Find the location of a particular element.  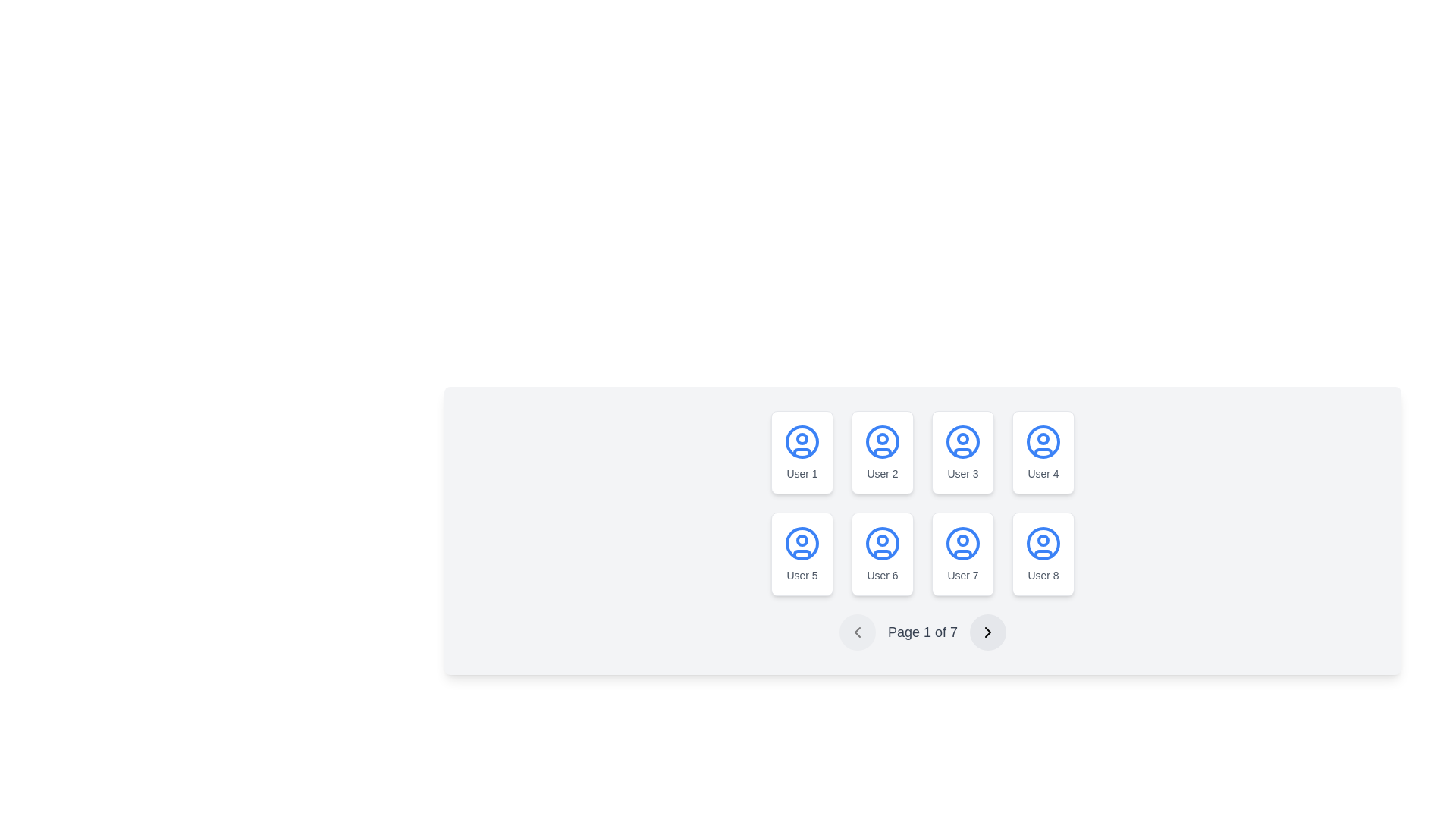

the circular shape with a blue outline that is part of the User 8 icon, located in the 2x4 grid layout of user icons is located at coordinates (1043, 543).